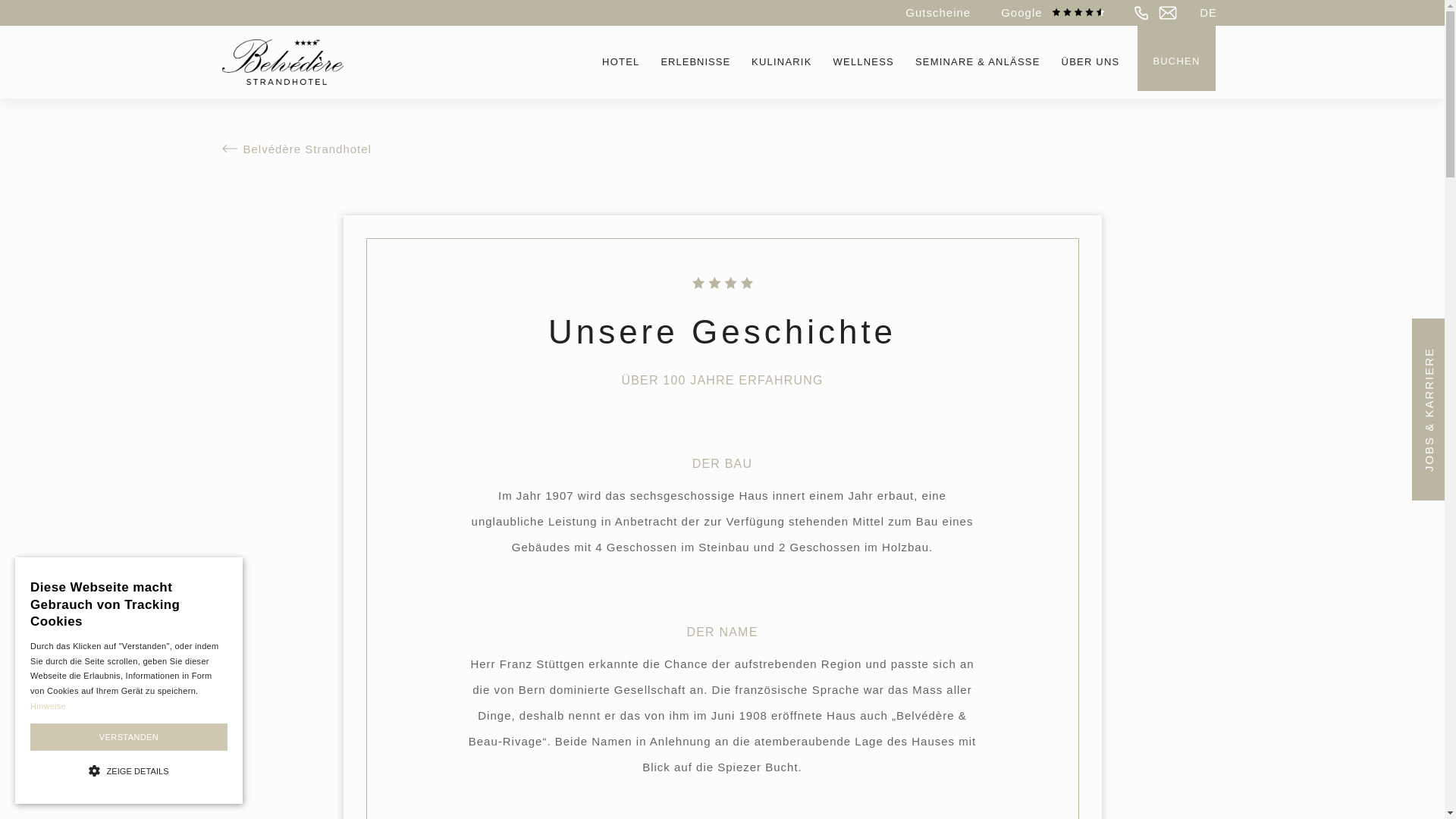 The height and width of the screenshot is (819, 1456). What do you see at coordinates (694, 61) in the screenshot?
I see `'ERLEBNISSE'` at bounding box center [694, 61].